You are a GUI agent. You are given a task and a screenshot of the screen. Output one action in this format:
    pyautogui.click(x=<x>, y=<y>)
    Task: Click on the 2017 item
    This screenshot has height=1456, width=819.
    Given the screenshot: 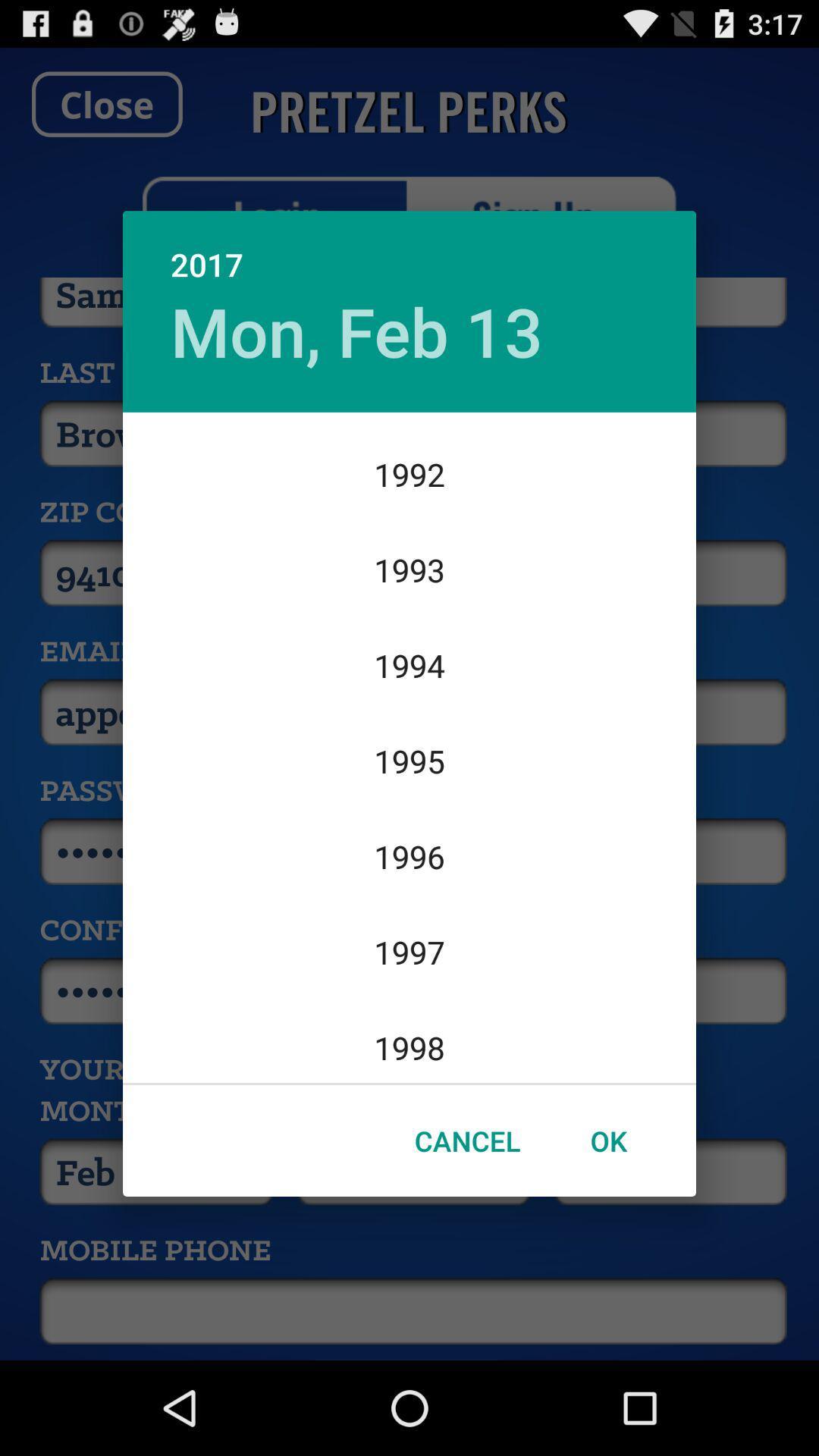 What is the action you would take?
    pyautogui.click(x=409, y=248)
    